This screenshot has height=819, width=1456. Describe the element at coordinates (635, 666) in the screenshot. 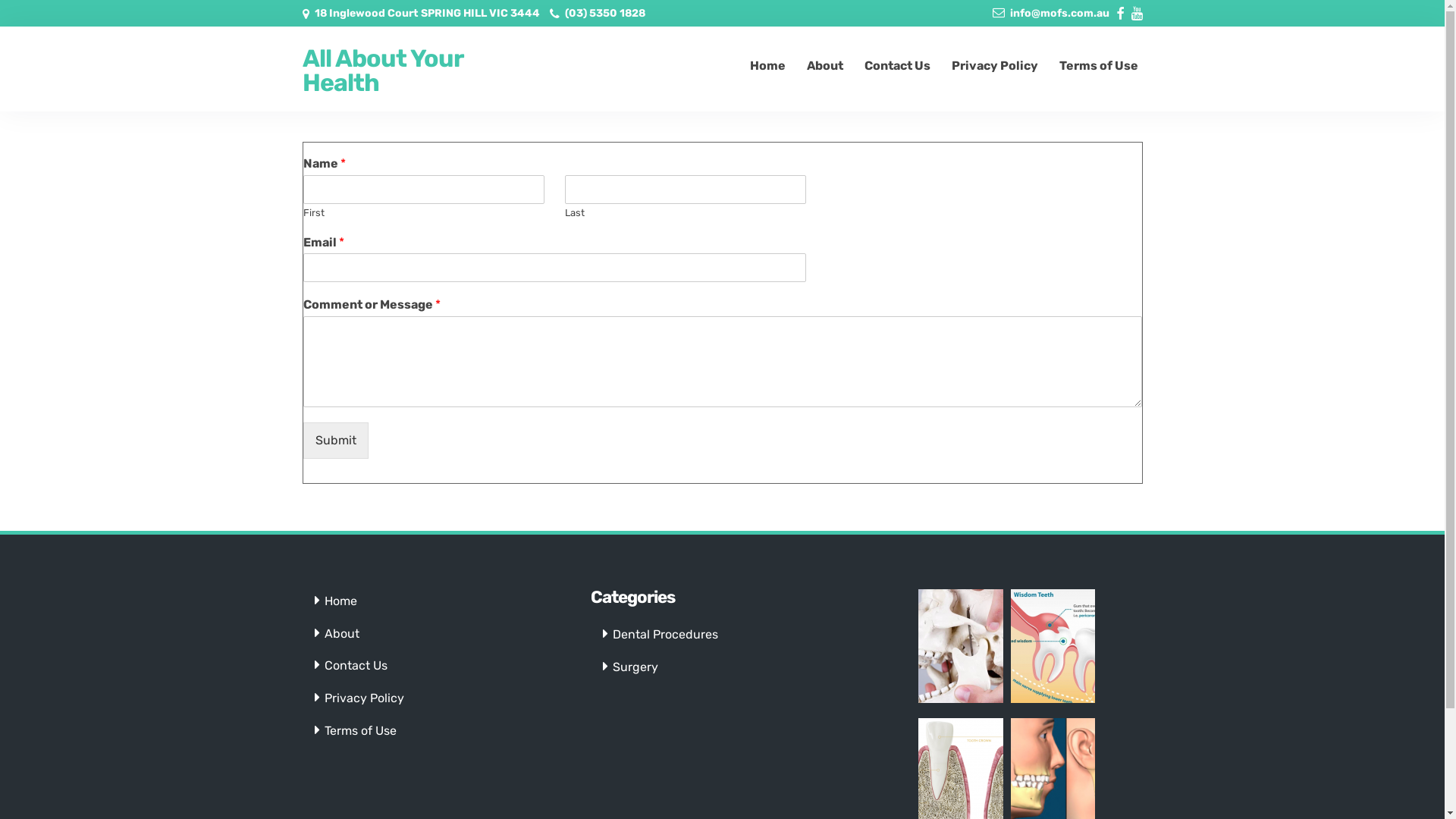

I see `'Surgery'` at that location.